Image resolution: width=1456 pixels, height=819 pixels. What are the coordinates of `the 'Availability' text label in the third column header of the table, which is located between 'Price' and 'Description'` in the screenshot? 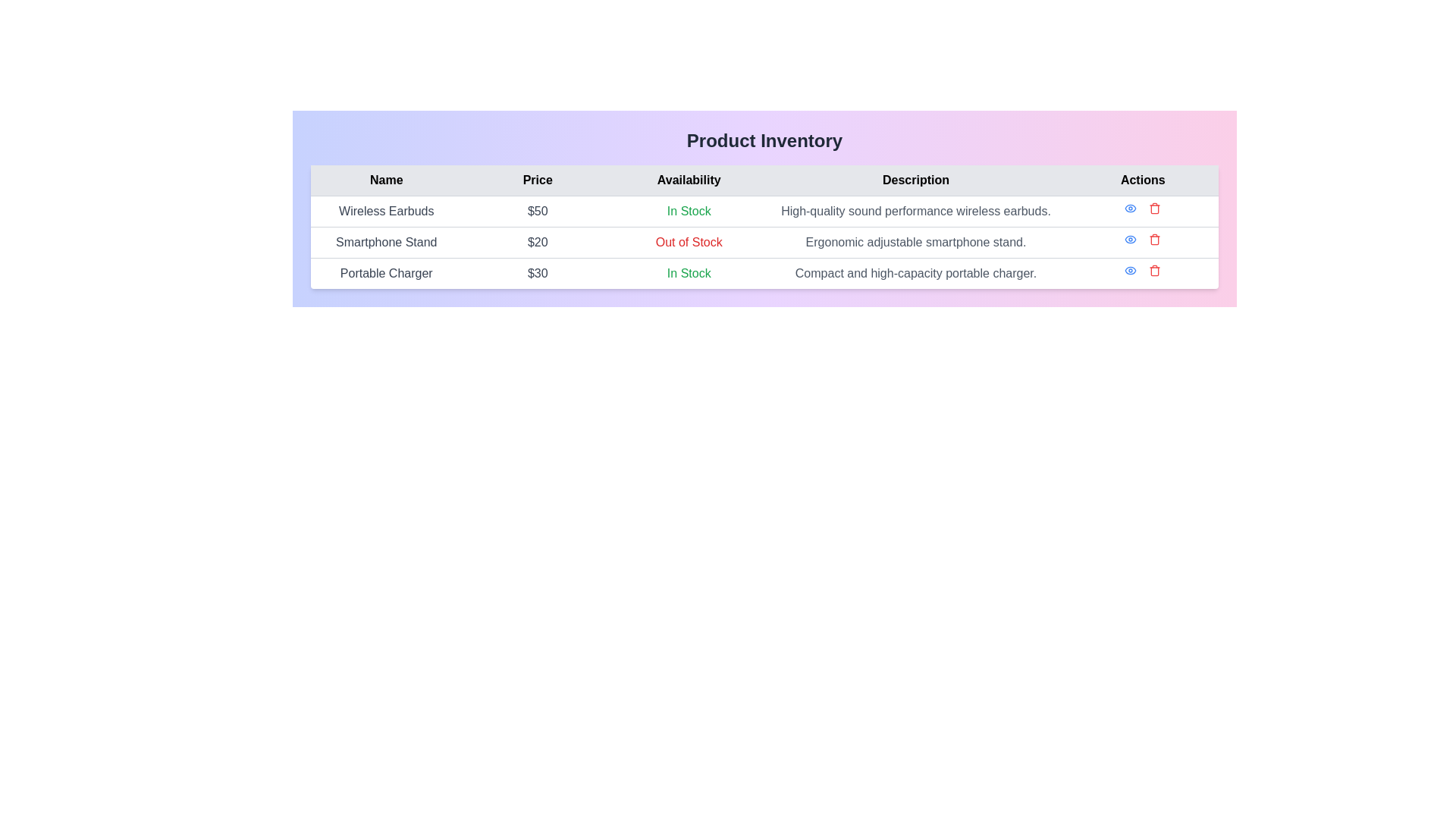 It's located at (688, 180).